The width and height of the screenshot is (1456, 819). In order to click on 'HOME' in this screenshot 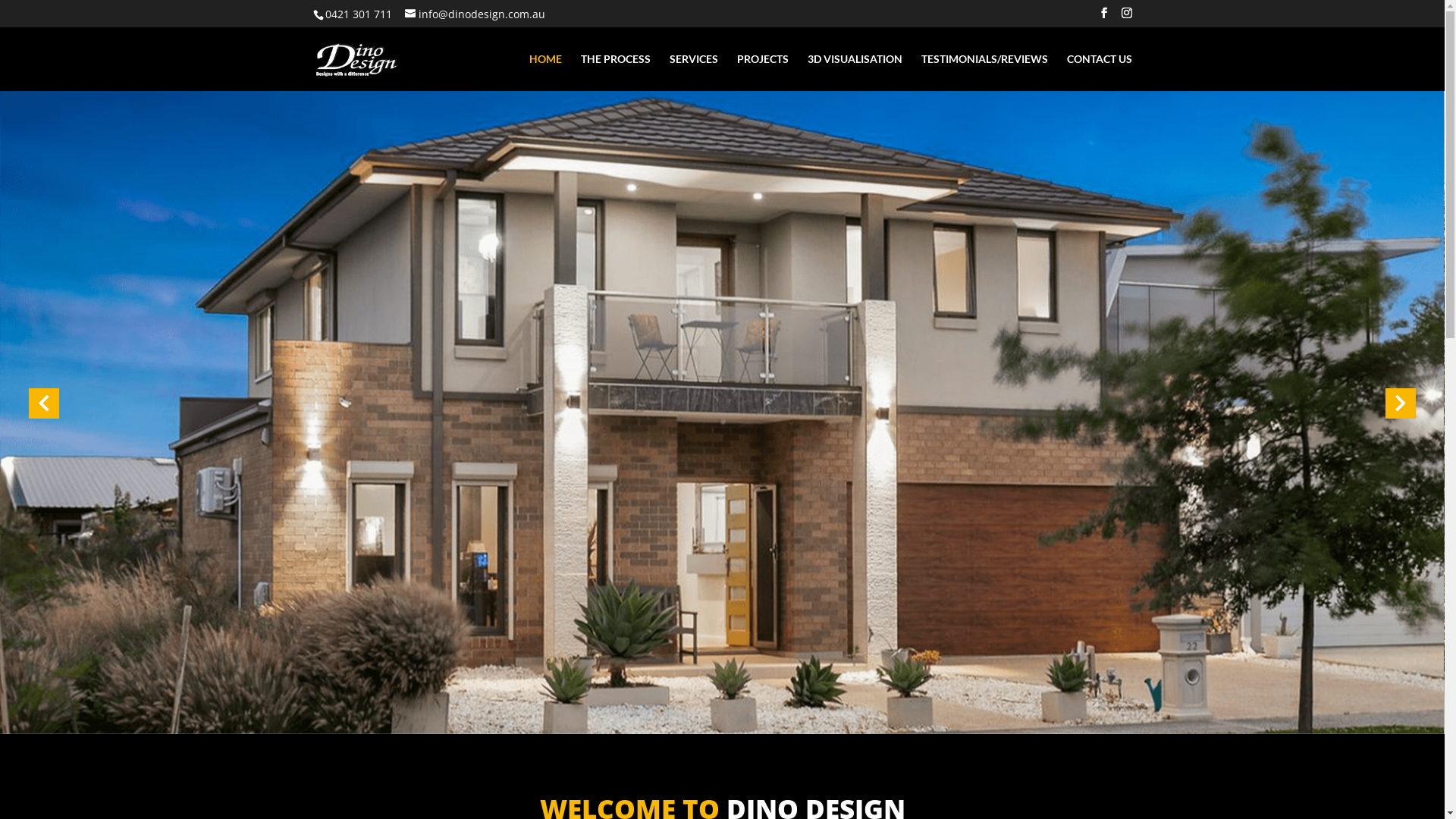, I will do `click(545, 72)`.